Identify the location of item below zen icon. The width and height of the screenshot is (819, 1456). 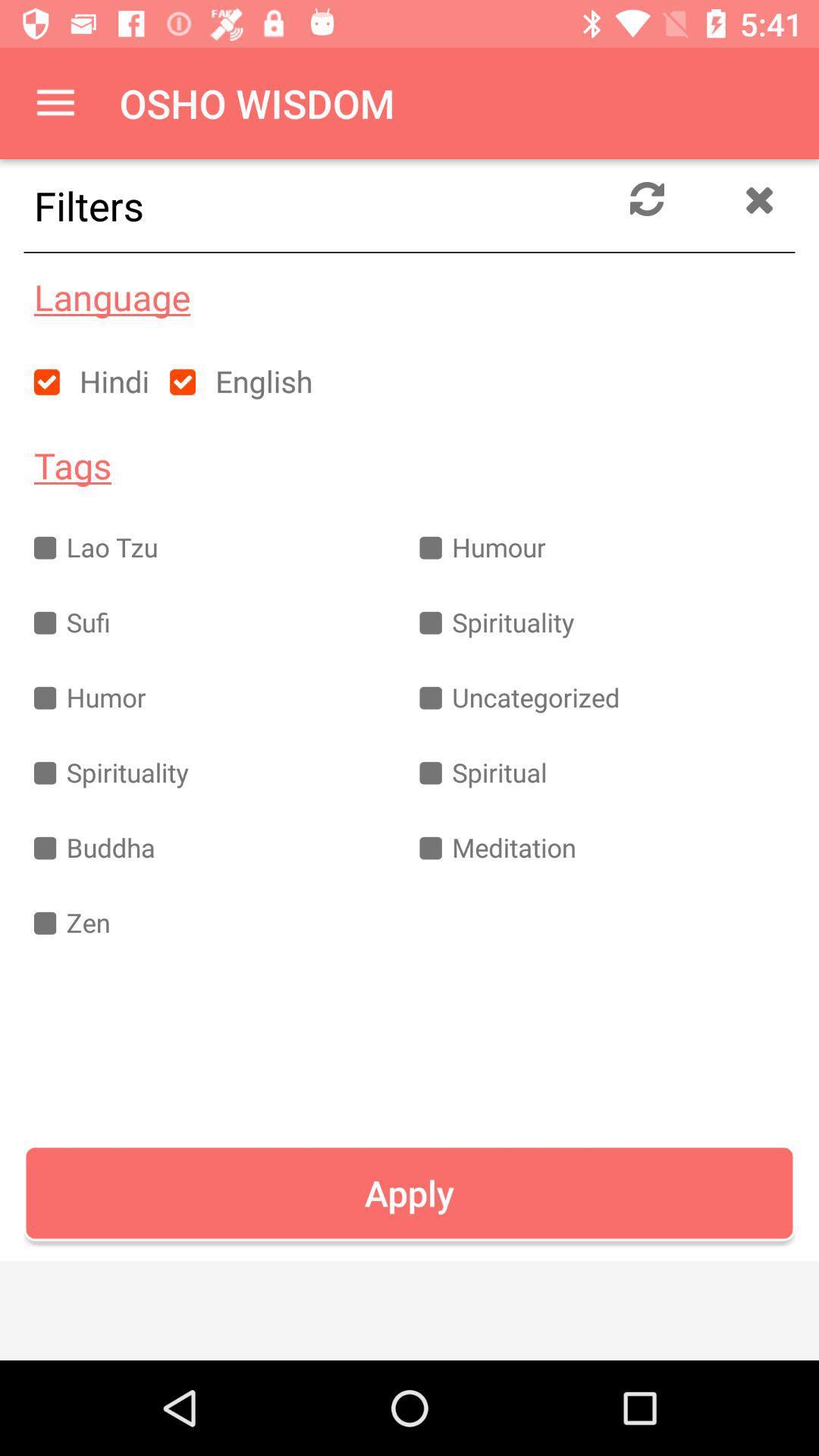
(409, 1192).